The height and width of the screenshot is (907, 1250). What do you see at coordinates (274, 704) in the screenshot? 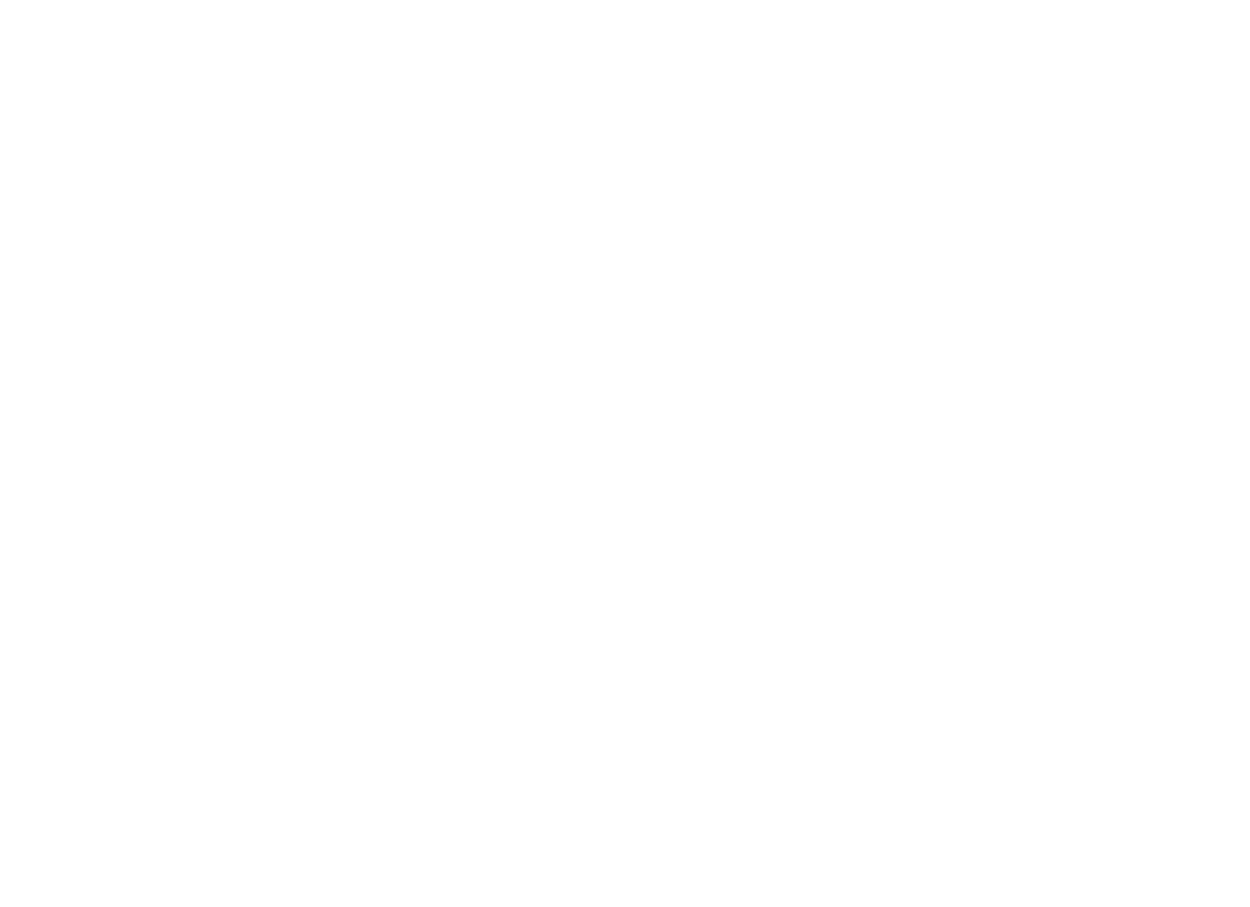
I see `'Advertise'` at bounding box center [274, 704].